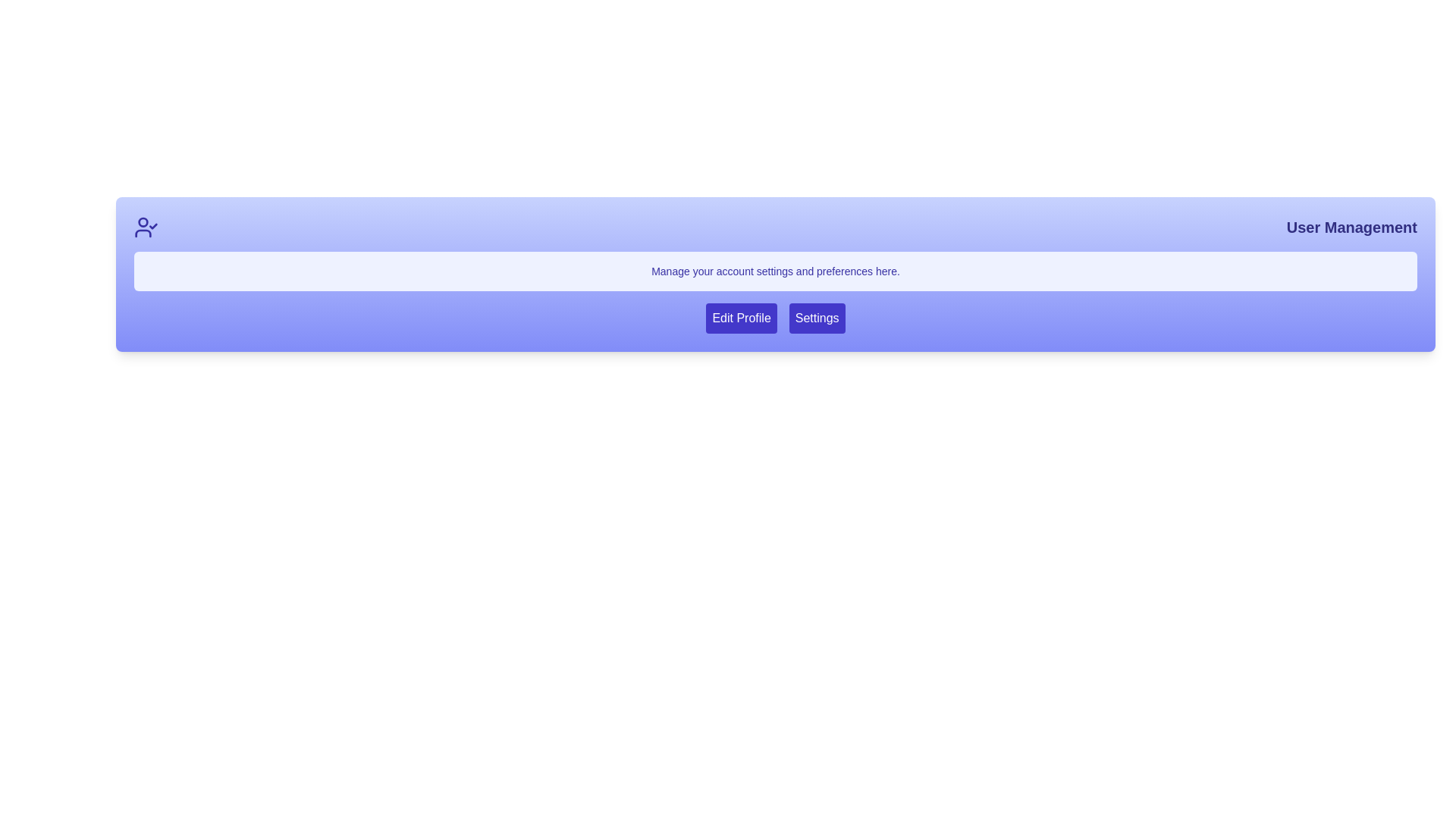 This screenshot has width=1456, height=819. What do you see at coordinates (742, 318) in the screenshot?
I see `the user profile editing button located at the bottom of the 'User Management' section` at bounding box center [742, 318].